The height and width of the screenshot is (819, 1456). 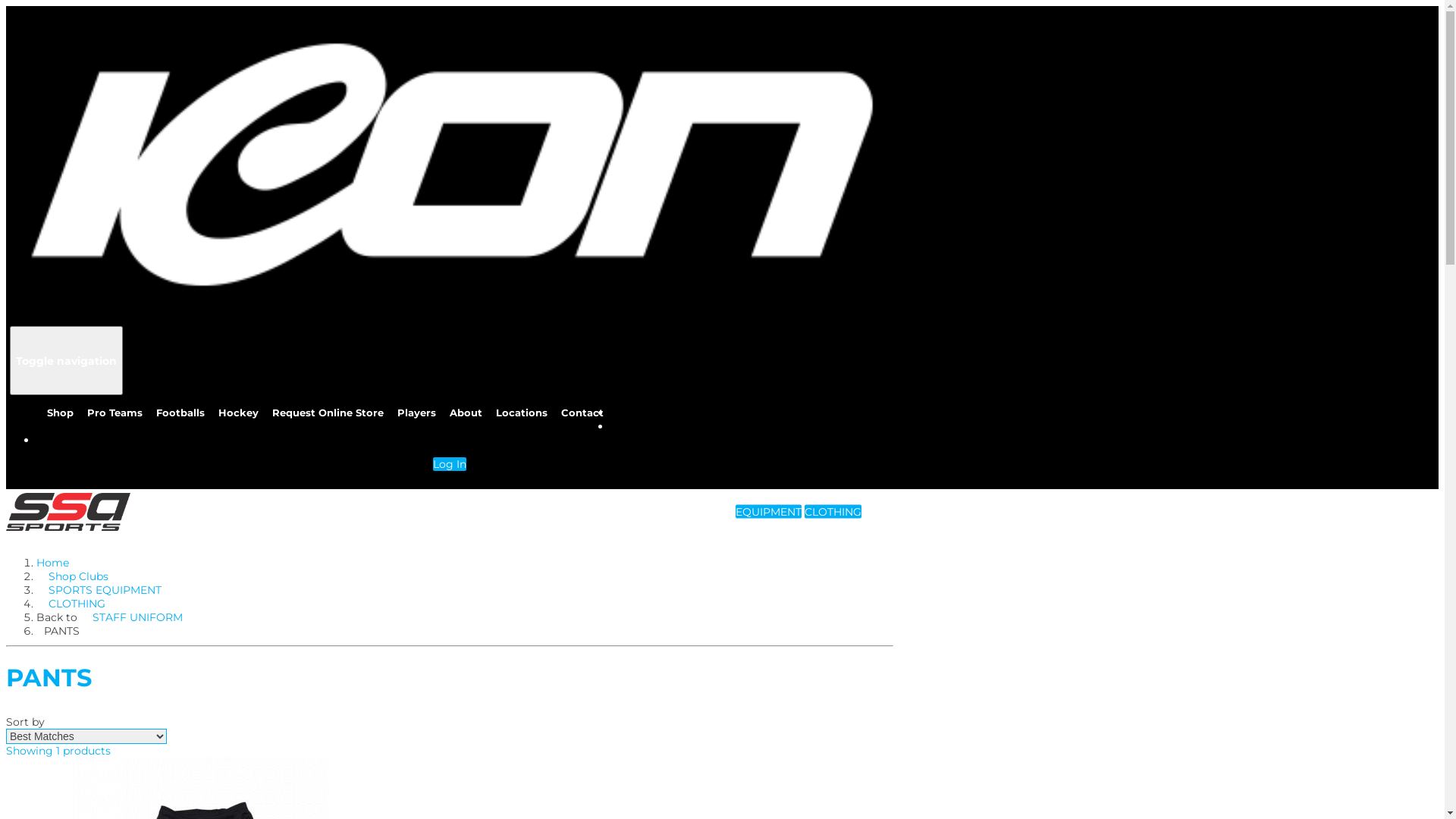 What do you see at coordinates (104, 589) in the screenshot?
I see `'SPORTS EQUIPMENT'` at bounding box center [104, 589].